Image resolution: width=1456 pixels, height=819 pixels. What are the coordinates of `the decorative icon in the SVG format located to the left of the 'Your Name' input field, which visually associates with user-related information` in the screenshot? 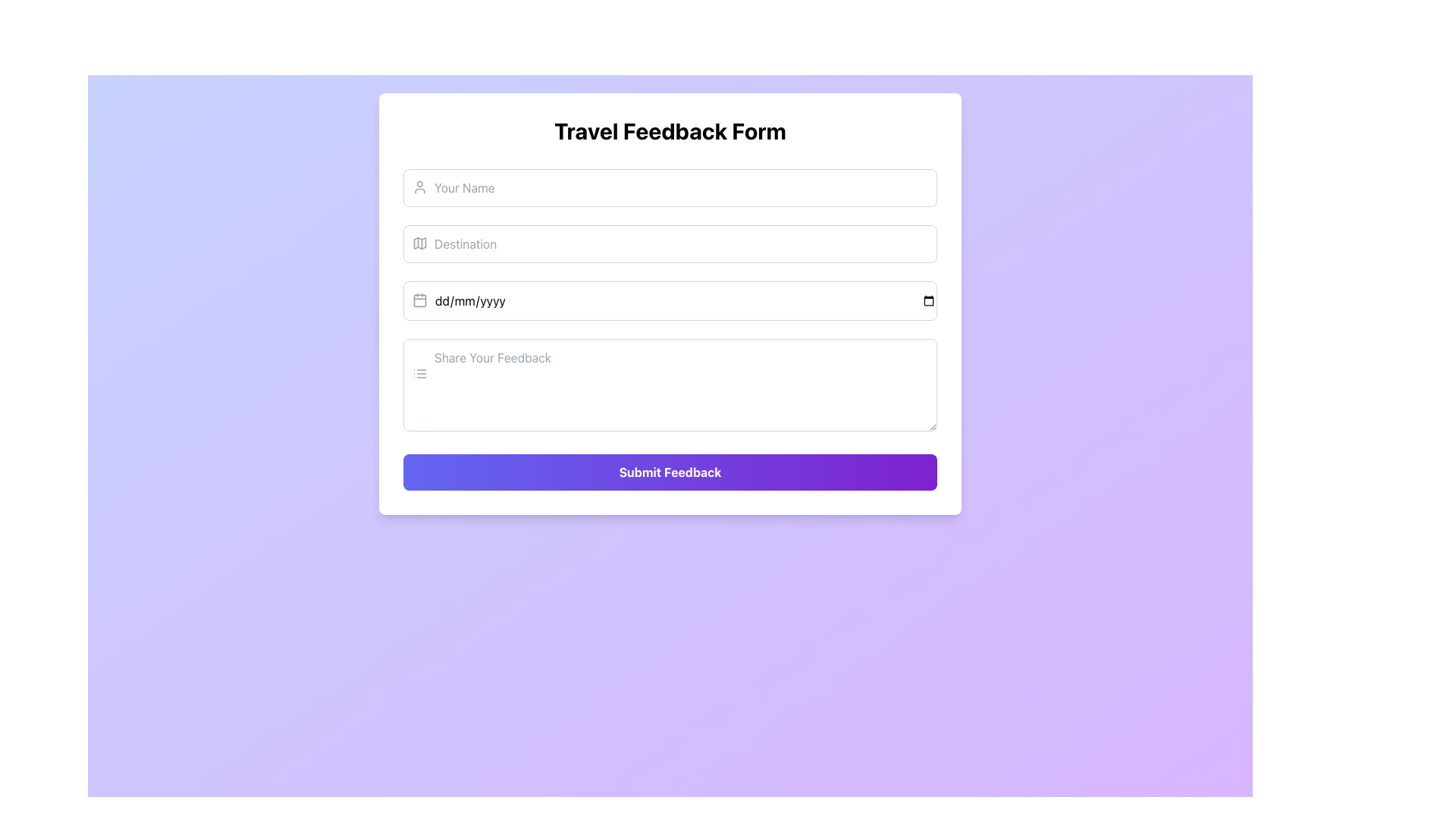 It's located at (419, 186).